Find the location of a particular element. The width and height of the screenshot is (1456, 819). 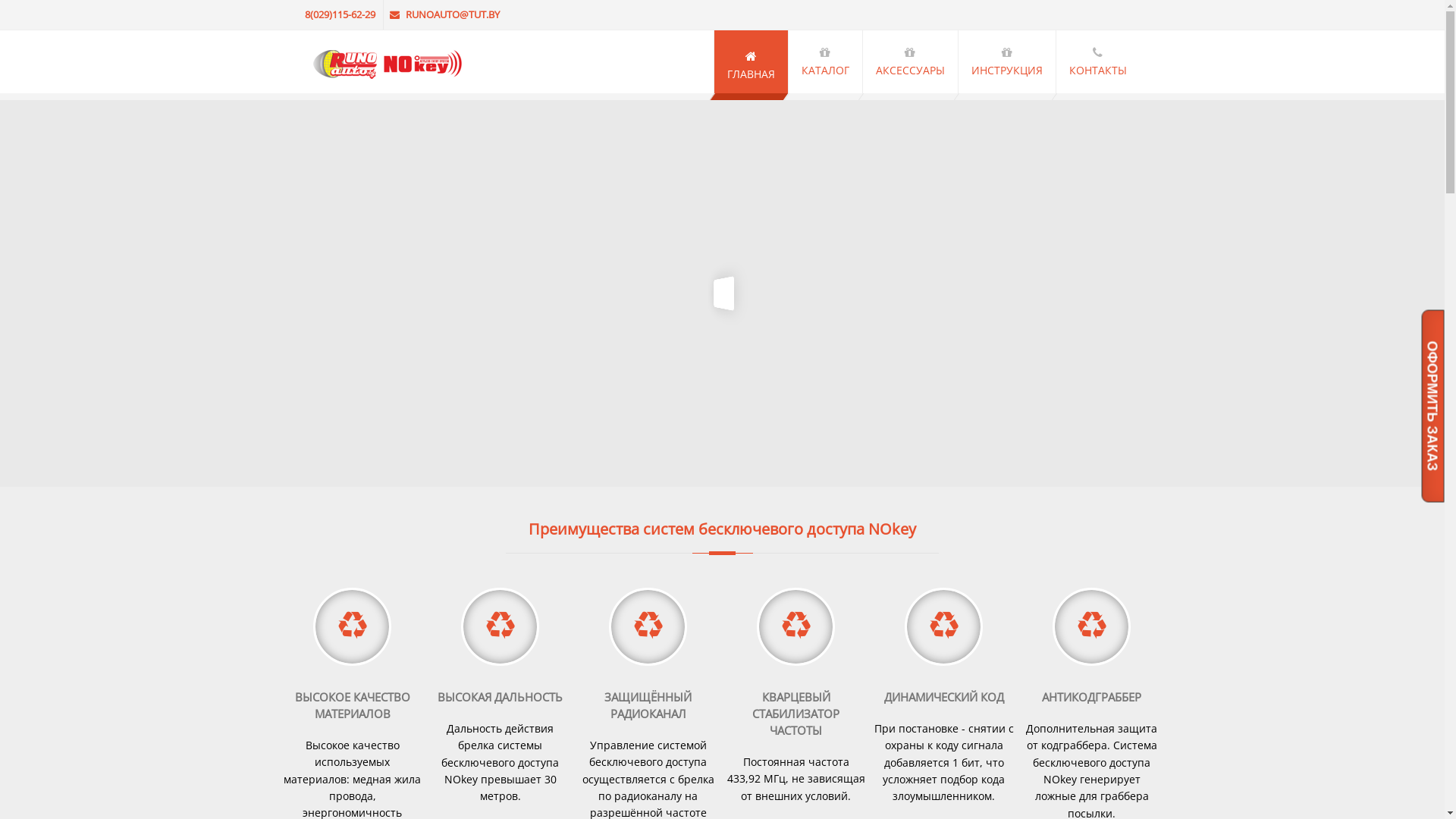

'RUNOAUTO@TUT.BY' is located at coordinates (444, 14).